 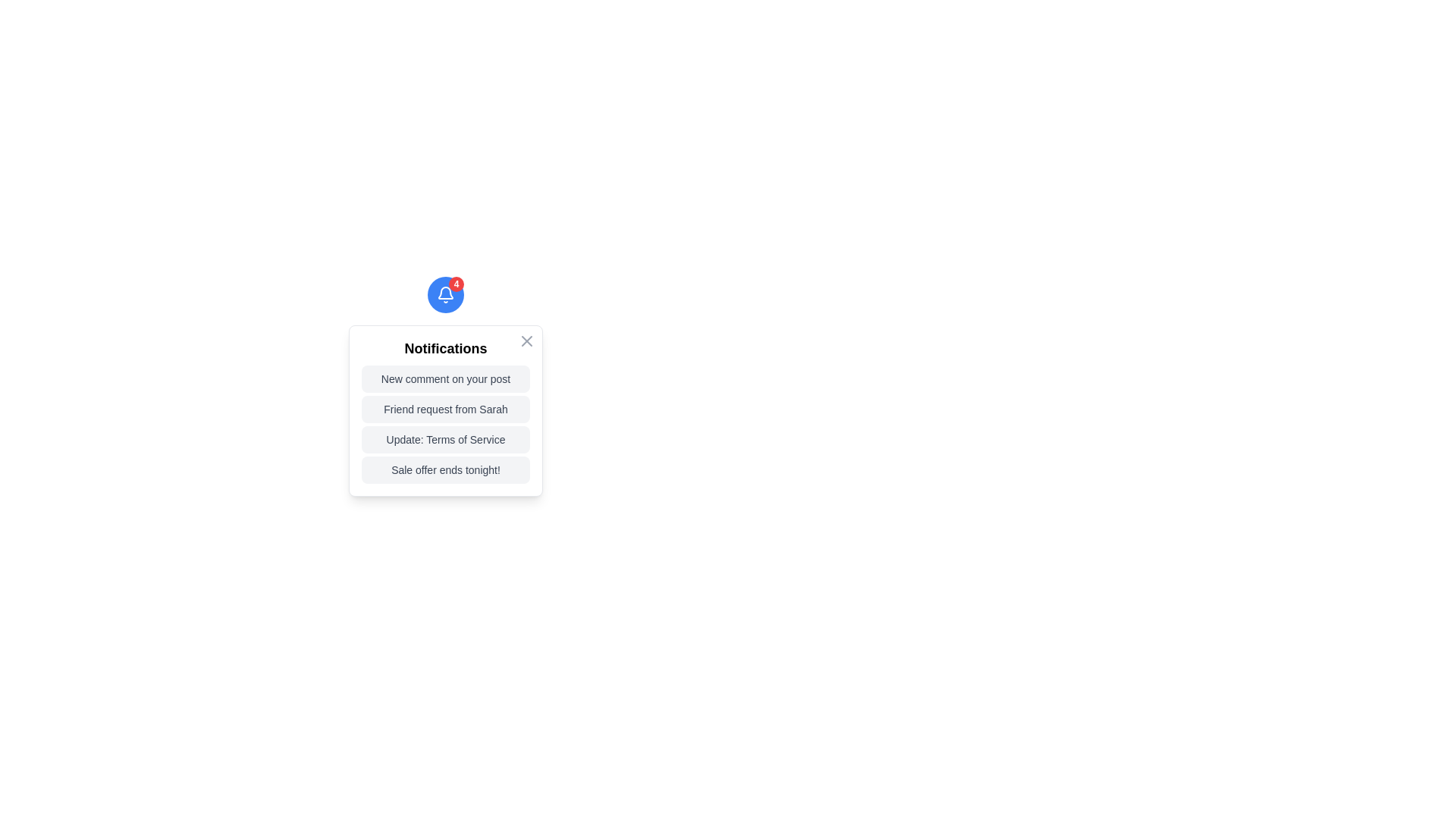 What do you see at coordinates (445, 469) in the screenshot?
I see `text of the fourth notification item in the notification popup, which alerts the user of the sale offer that ends tonight` at bounding box center [445, 469].